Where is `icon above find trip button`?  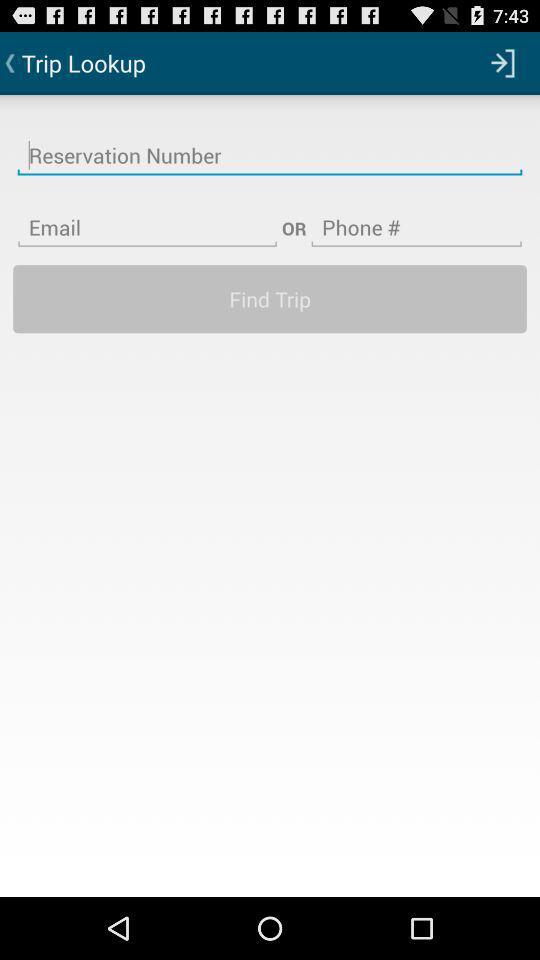
icon above find trip button is located at coordinates (146, 215).